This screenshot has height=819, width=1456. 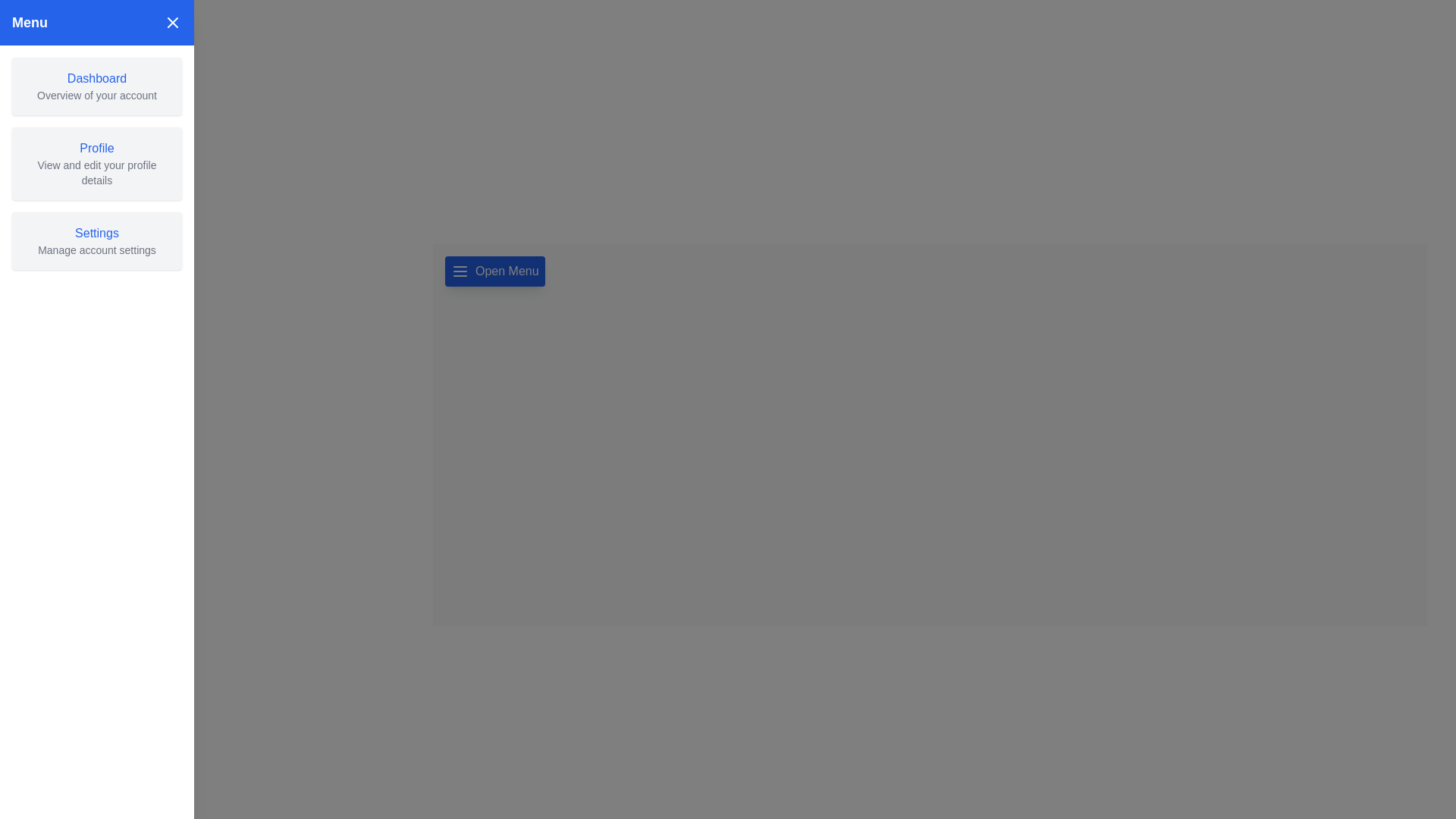 I want to click on title text of the third card in the vertical list of interactive cards in the sidebar, which is located below the 'Dashboard' and 'Profile' cards, so click(x=96, y=234).